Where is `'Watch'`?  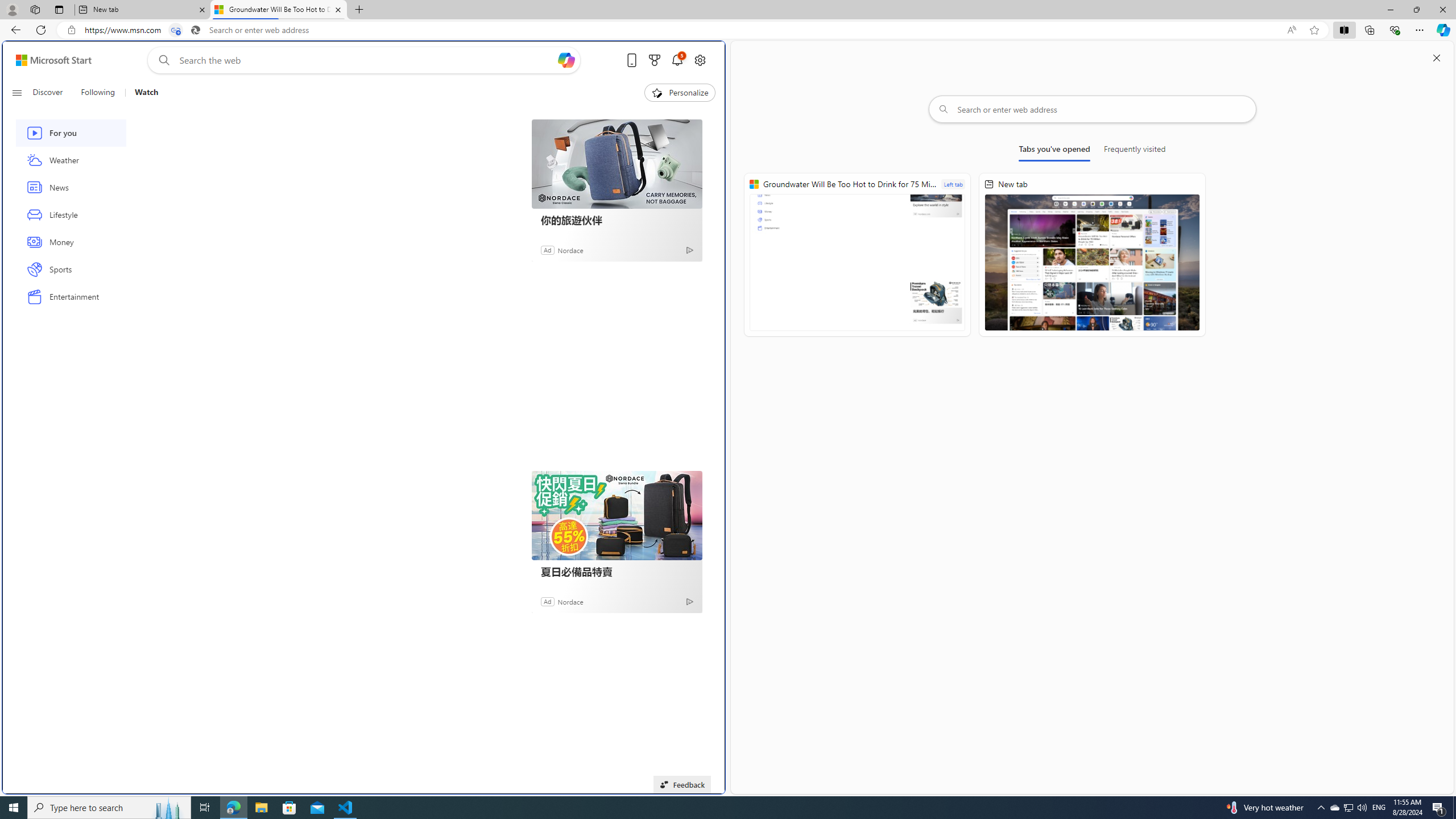 'Watch' is located at coordinates (146, 92).